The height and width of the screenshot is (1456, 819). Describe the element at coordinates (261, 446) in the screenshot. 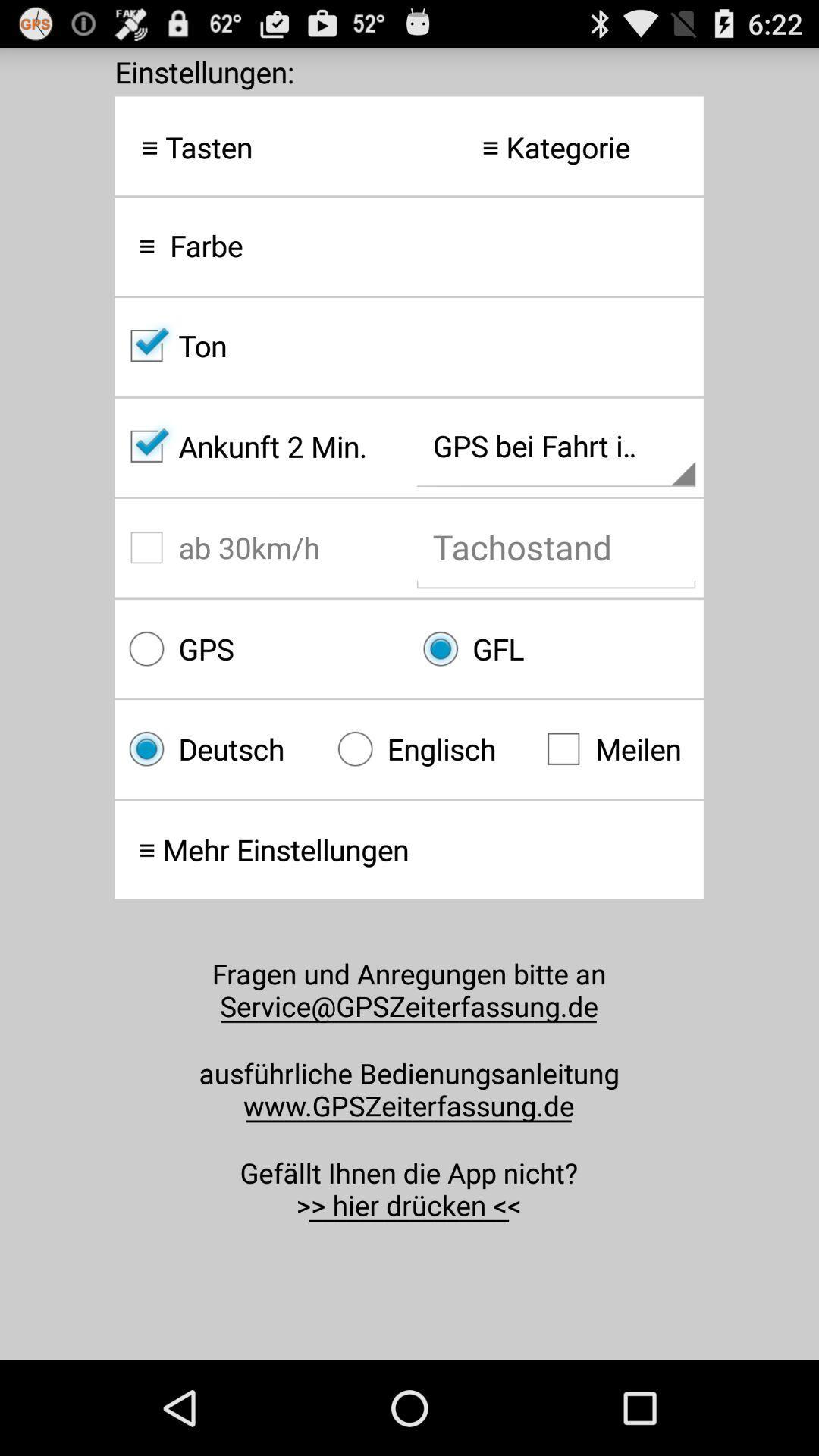

I see `ankunft 2 min. icon` at that location.